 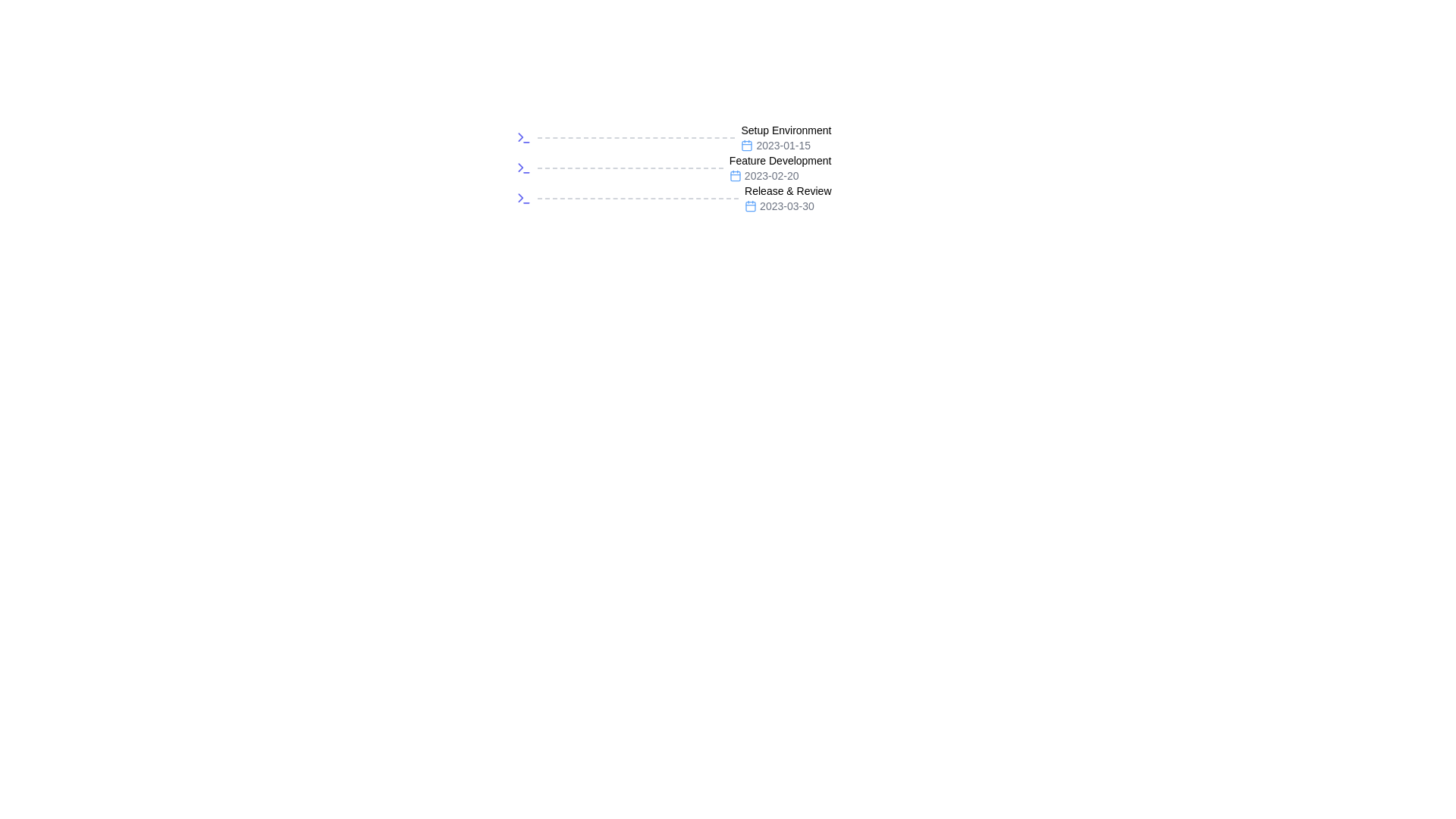 I want to click on the text label with the date '2023-03-30' and blue calendar icon, located at the bottom of the 'Release & Review' list item, so click(x=788, y=206).